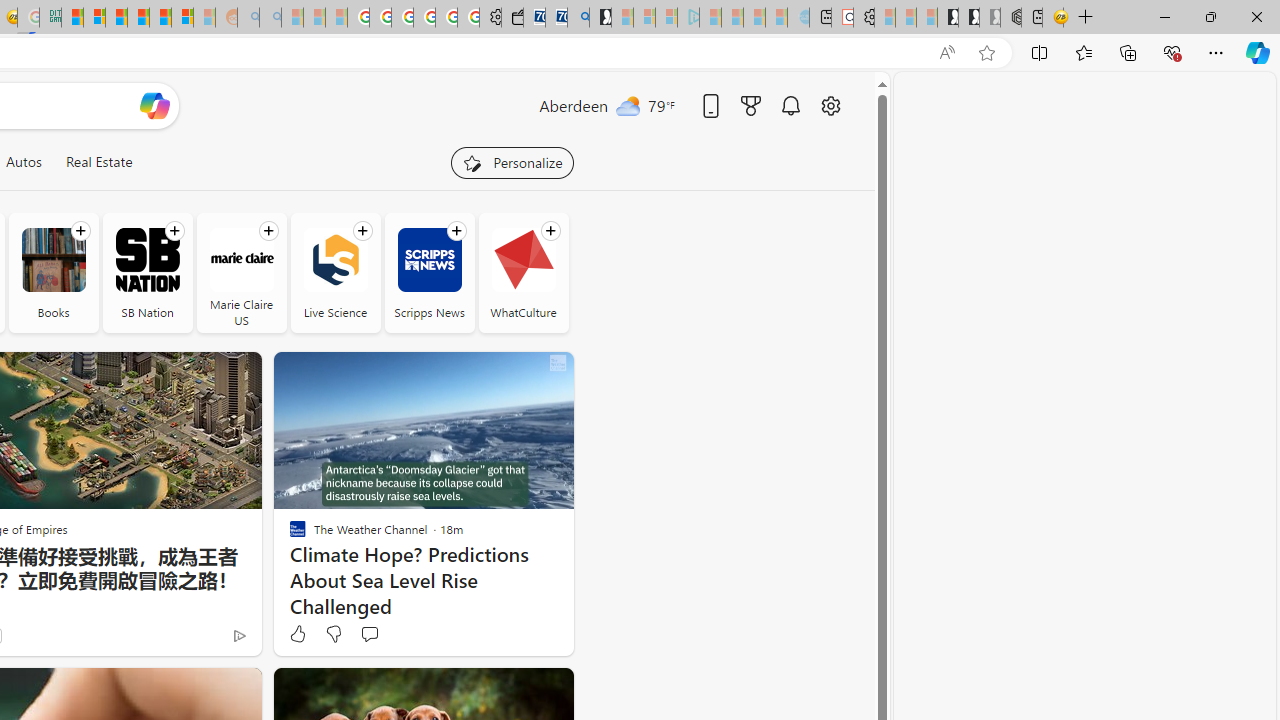 Image resolution: width=1280 pixels, height=720 pixels. I want to click on 'Live Science', so click(336, 272).